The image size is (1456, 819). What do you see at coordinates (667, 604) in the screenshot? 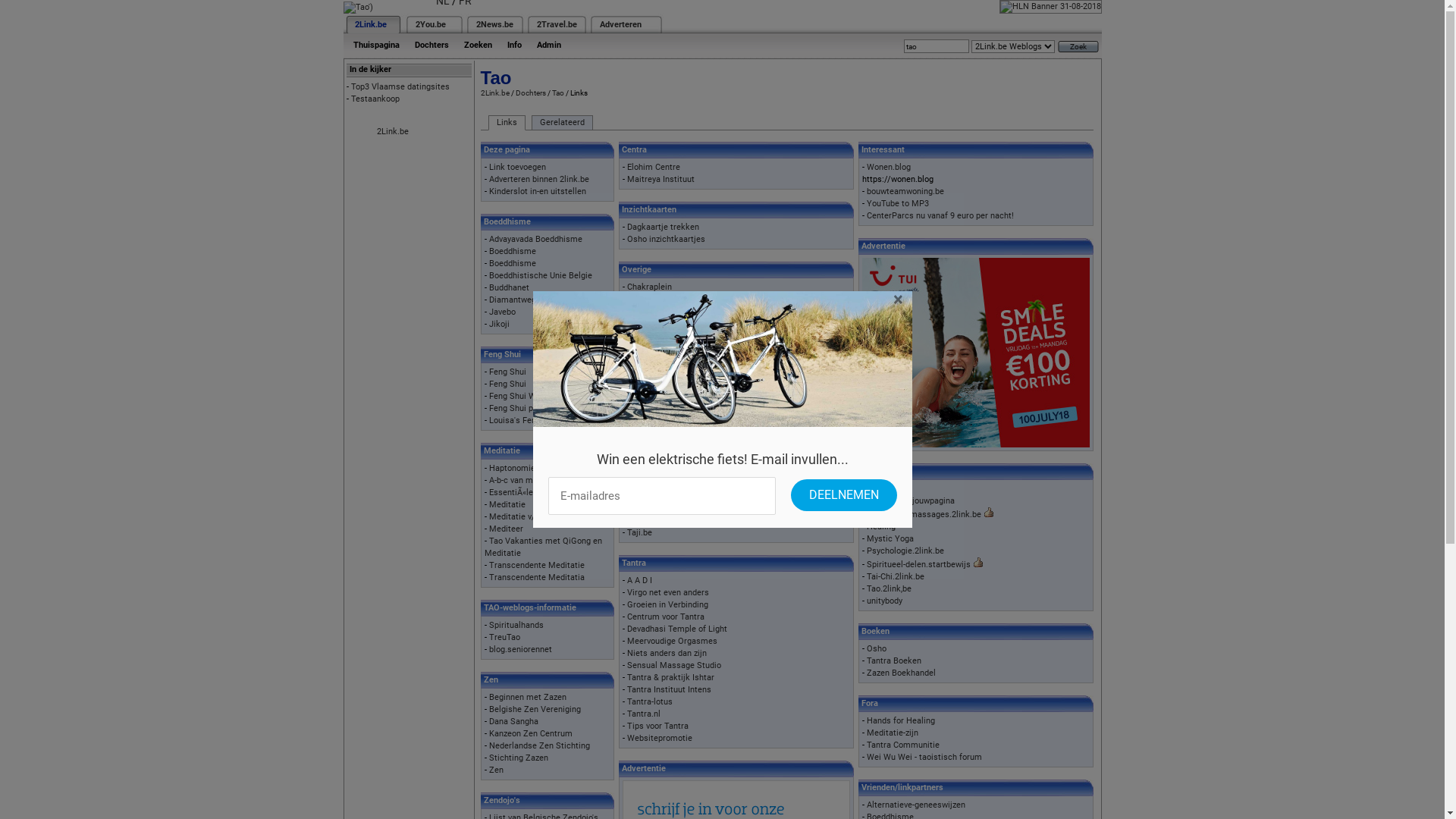
I see `'Groeien in Verbinding'` at bounding box center [667, 604].